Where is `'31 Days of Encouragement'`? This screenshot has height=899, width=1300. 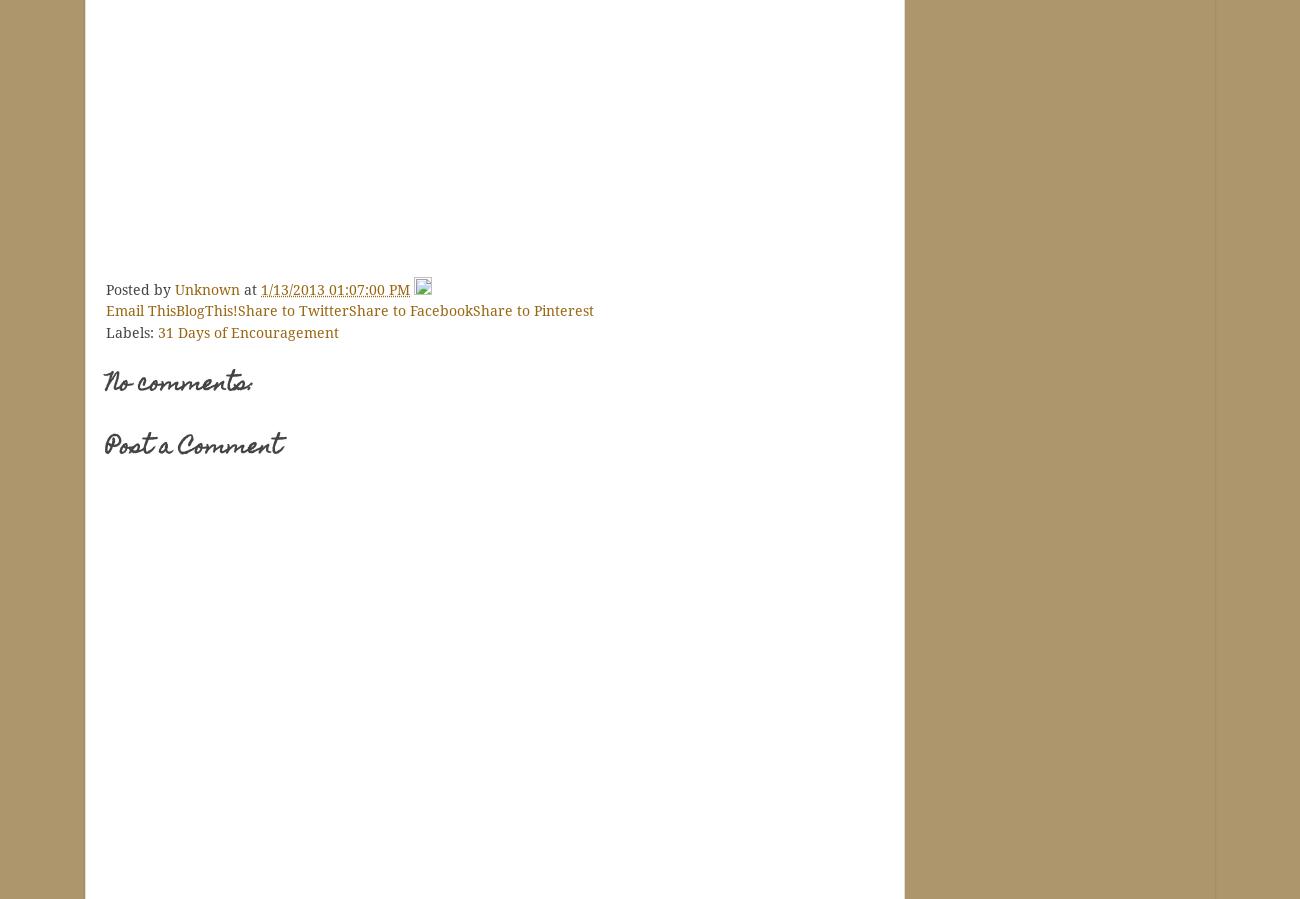
'31 Days of Encouragement' is located at coordinates (247, 331).